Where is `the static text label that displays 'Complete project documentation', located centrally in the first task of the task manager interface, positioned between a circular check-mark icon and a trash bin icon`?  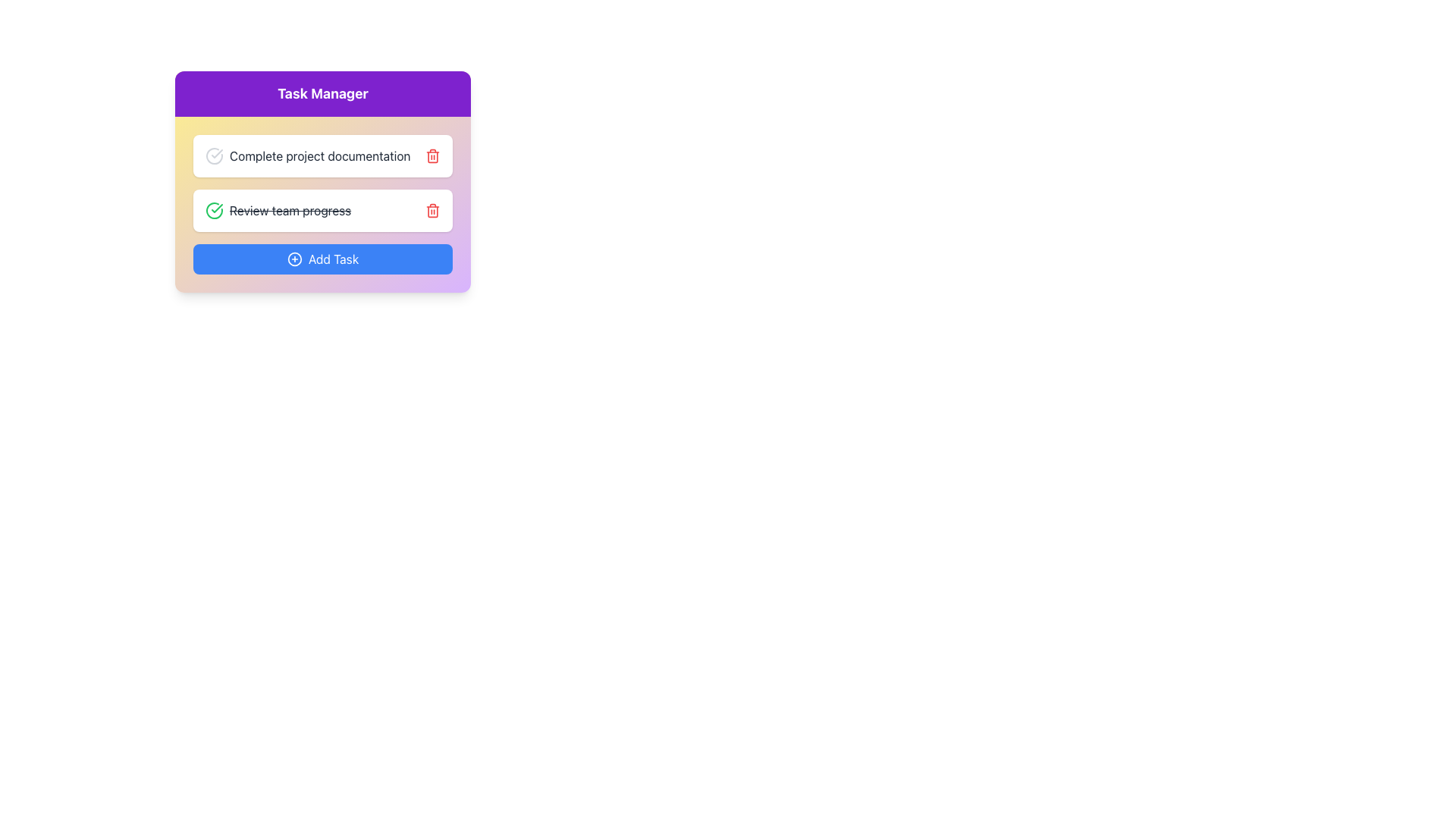
the static text label that displays 'Complete project documentation', located centrally in the first task of the task manager interface, positioned between a circular check-mark icon and a trash bin icon is located at coordinates (319, 155).